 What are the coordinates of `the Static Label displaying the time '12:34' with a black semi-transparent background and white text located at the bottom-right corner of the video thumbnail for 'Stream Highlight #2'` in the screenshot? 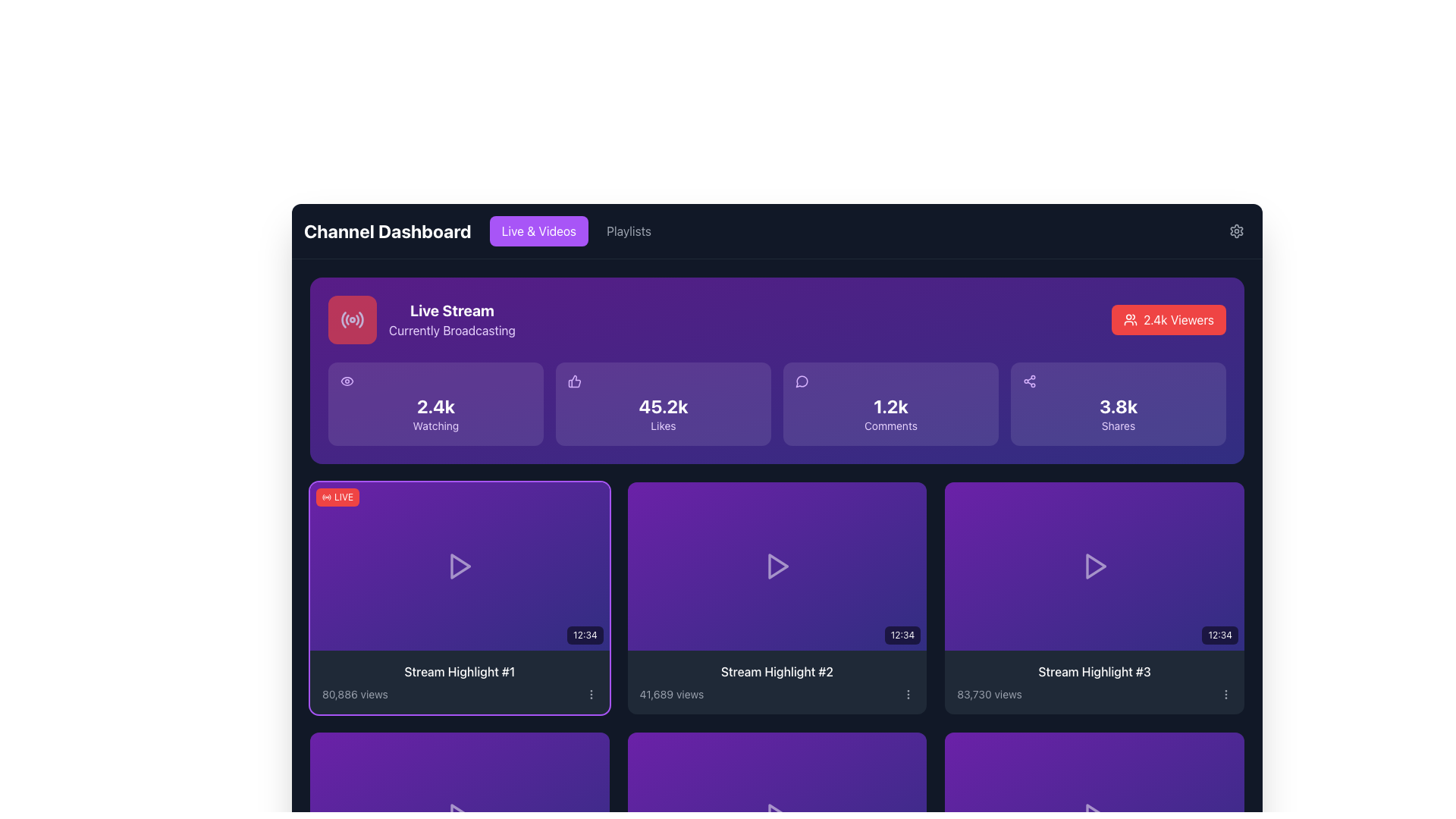 It's located at (902, 635).